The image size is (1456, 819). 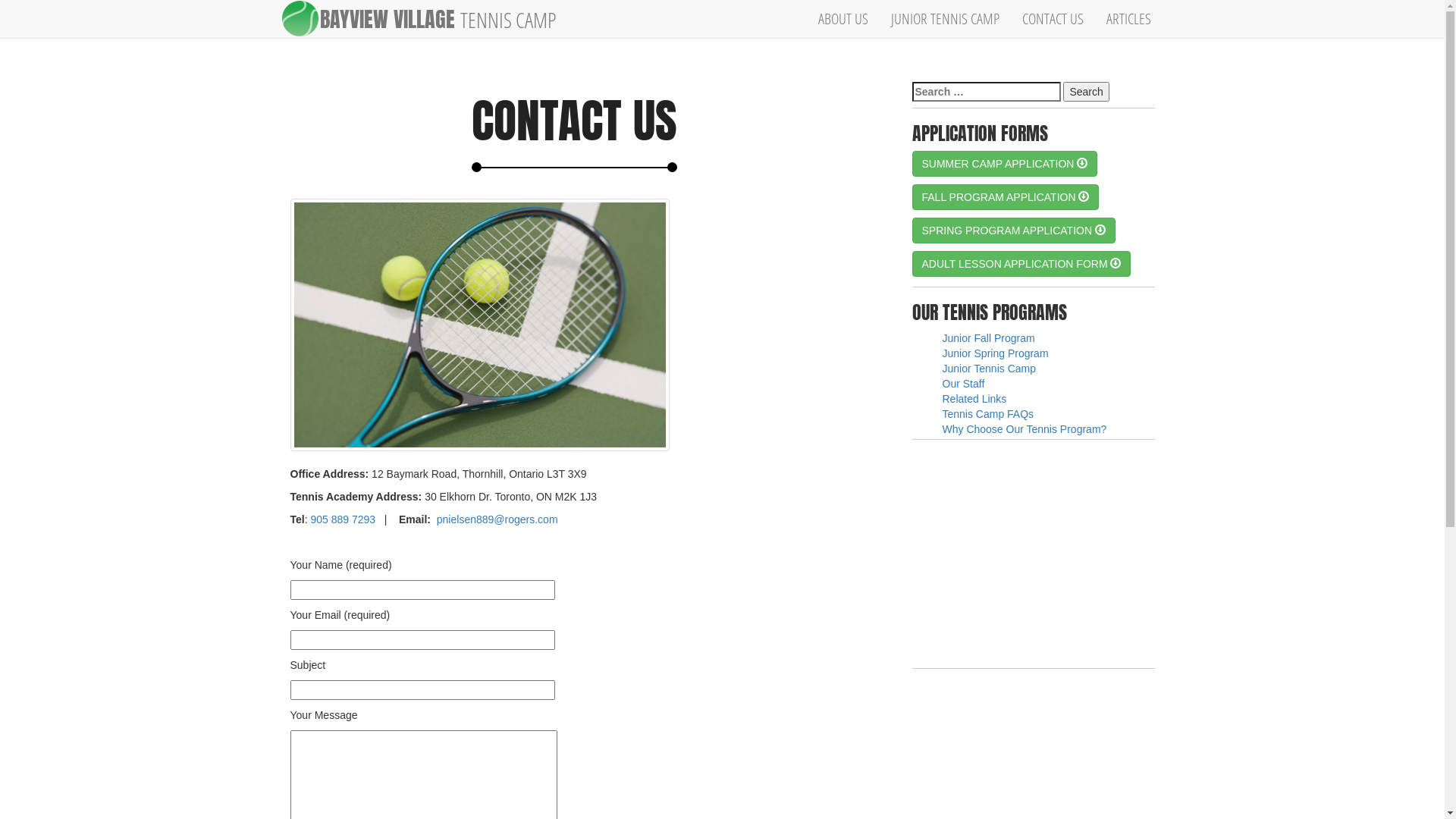 I want to click on 'Tennis Camp FAQs', so click(x=987, y=414).